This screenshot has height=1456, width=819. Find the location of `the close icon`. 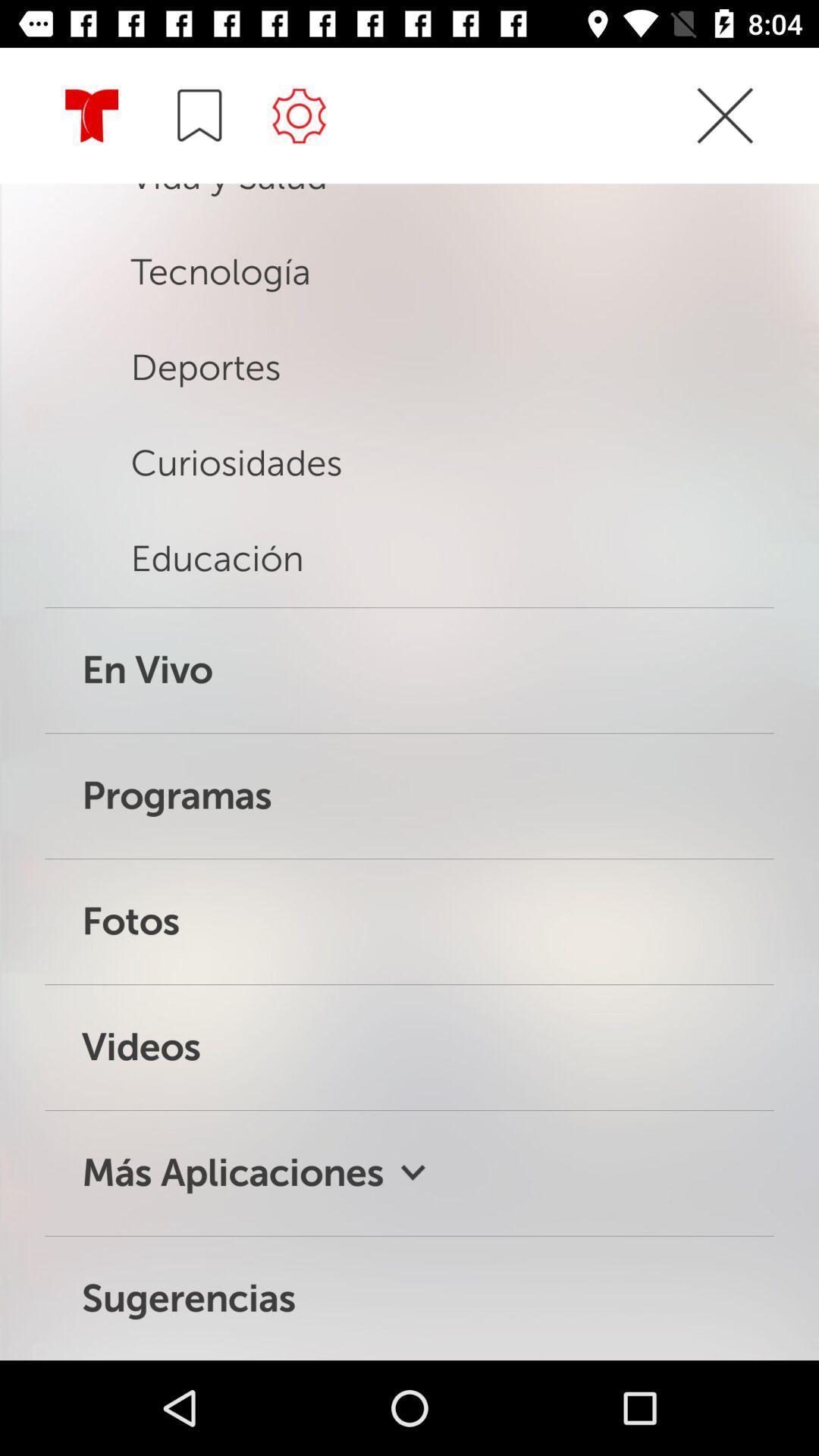

the close icon is located at coordinates (724, 143).